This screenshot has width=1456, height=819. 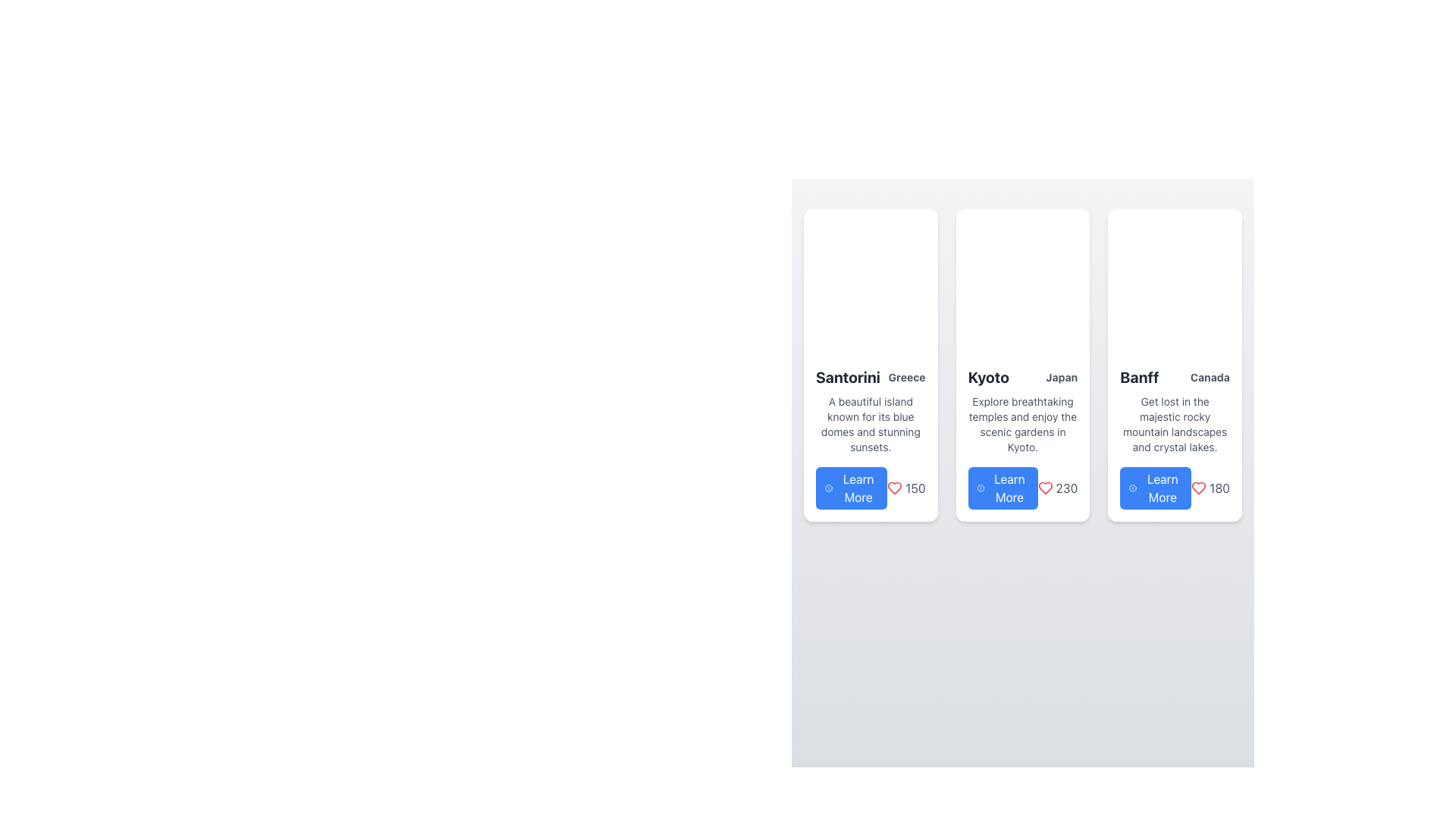 What do you see at coordinates (1174, 424) in the screenshot?
I see `text block displaying 'Get lost in the majestic rocky mountain landscapes and crystal lakes.' located beneath the title 'Banff' and subtitle 'Canada.'` at bounding box center [1174, 424].